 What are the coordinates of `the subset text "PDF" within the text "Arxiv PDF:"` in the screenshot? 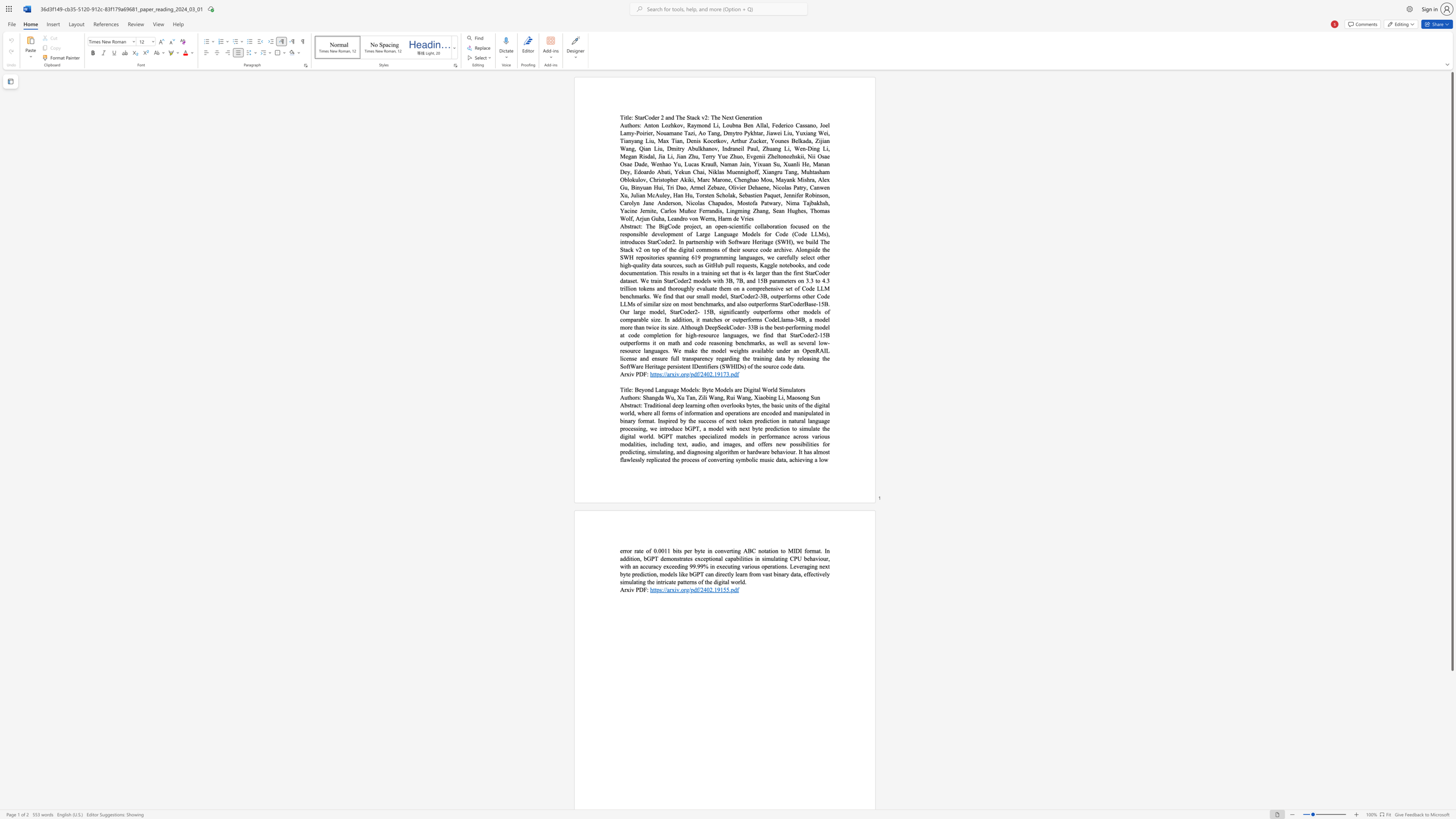 It's located at (635, 589).